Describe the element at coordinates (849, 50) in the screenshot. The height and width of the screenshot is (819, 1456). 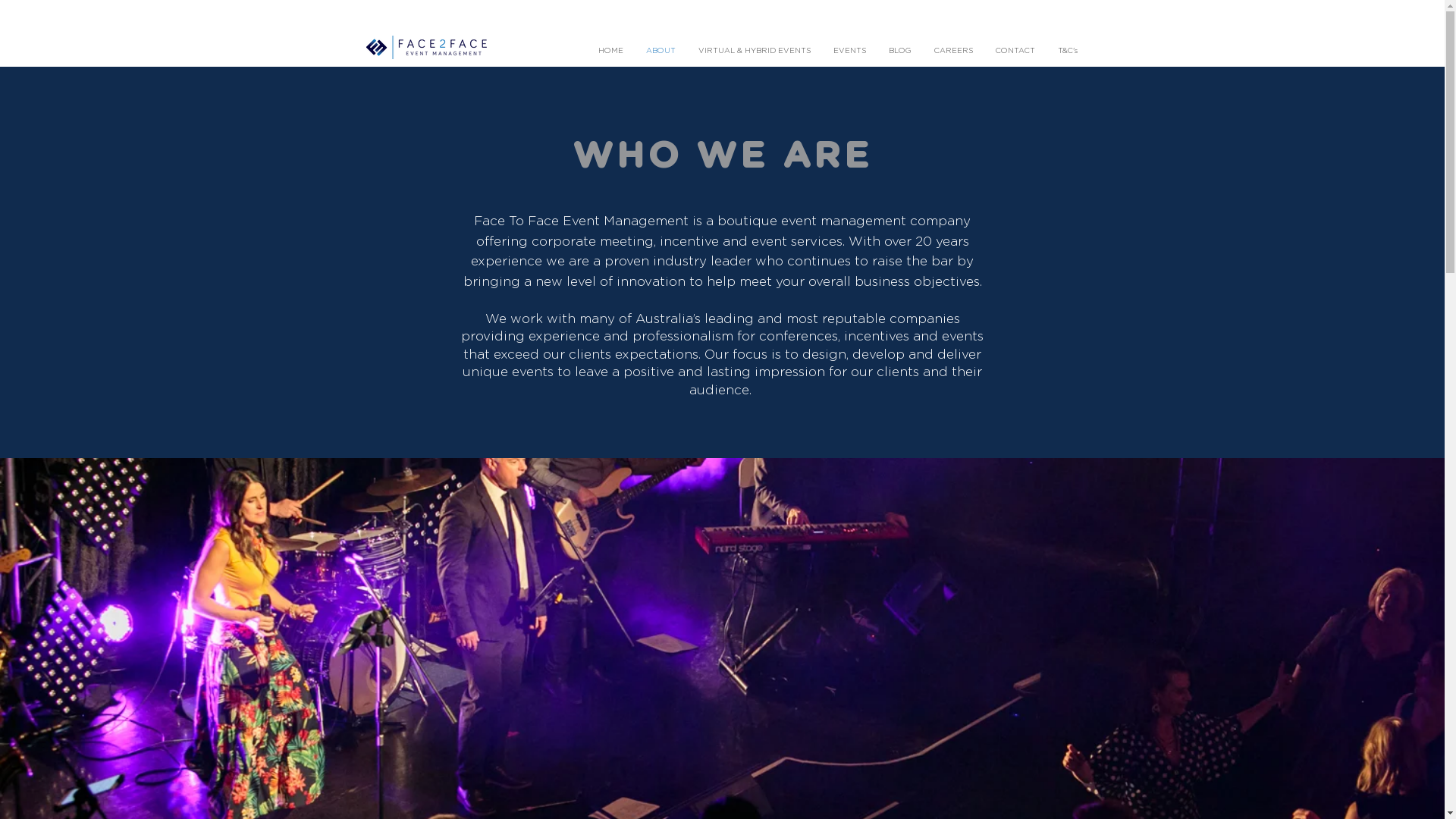
I see `'EVENTS'` at that location.